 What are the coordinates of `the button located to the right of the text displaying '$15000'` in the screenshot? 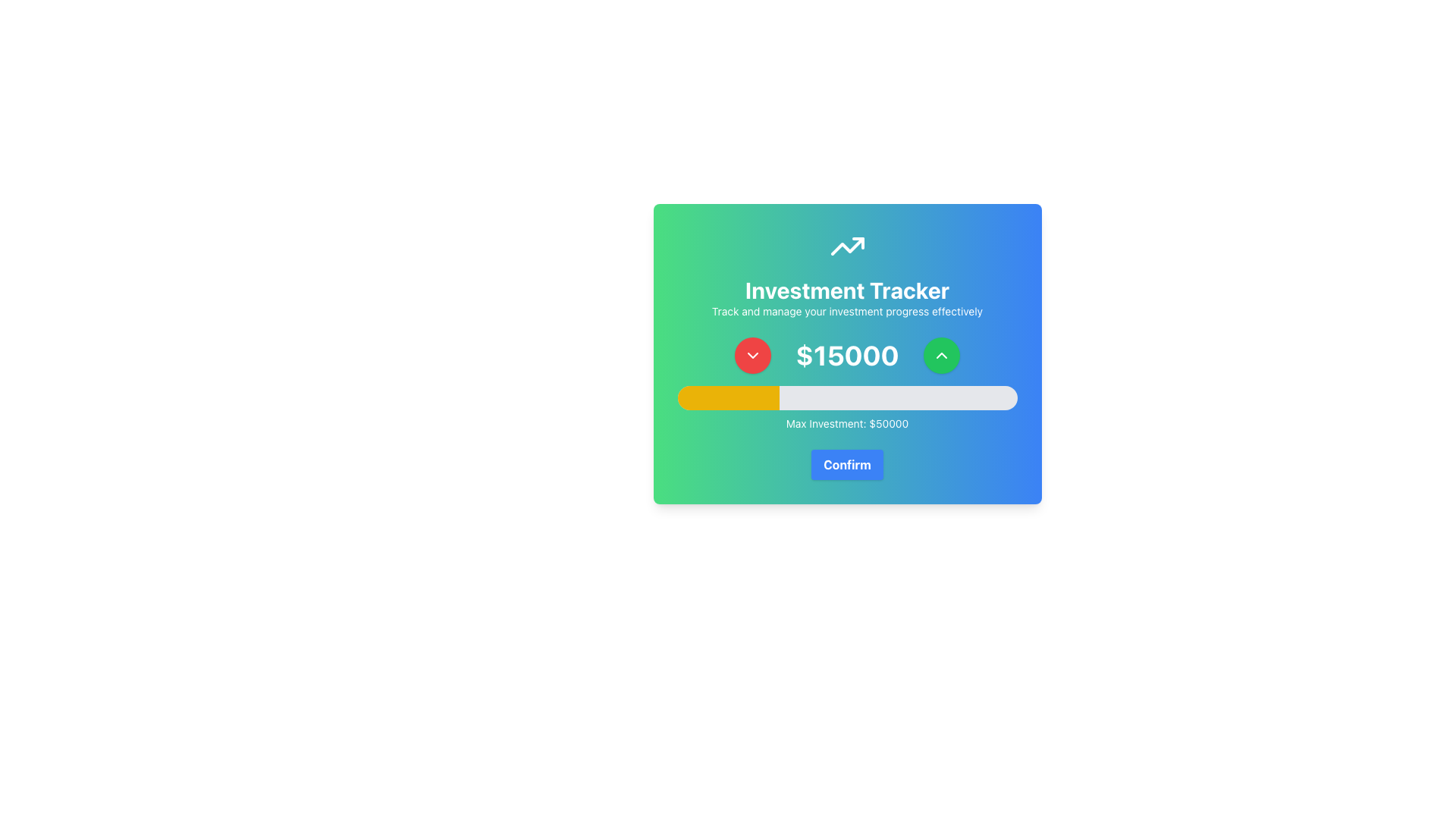 It's located at (940, 356).